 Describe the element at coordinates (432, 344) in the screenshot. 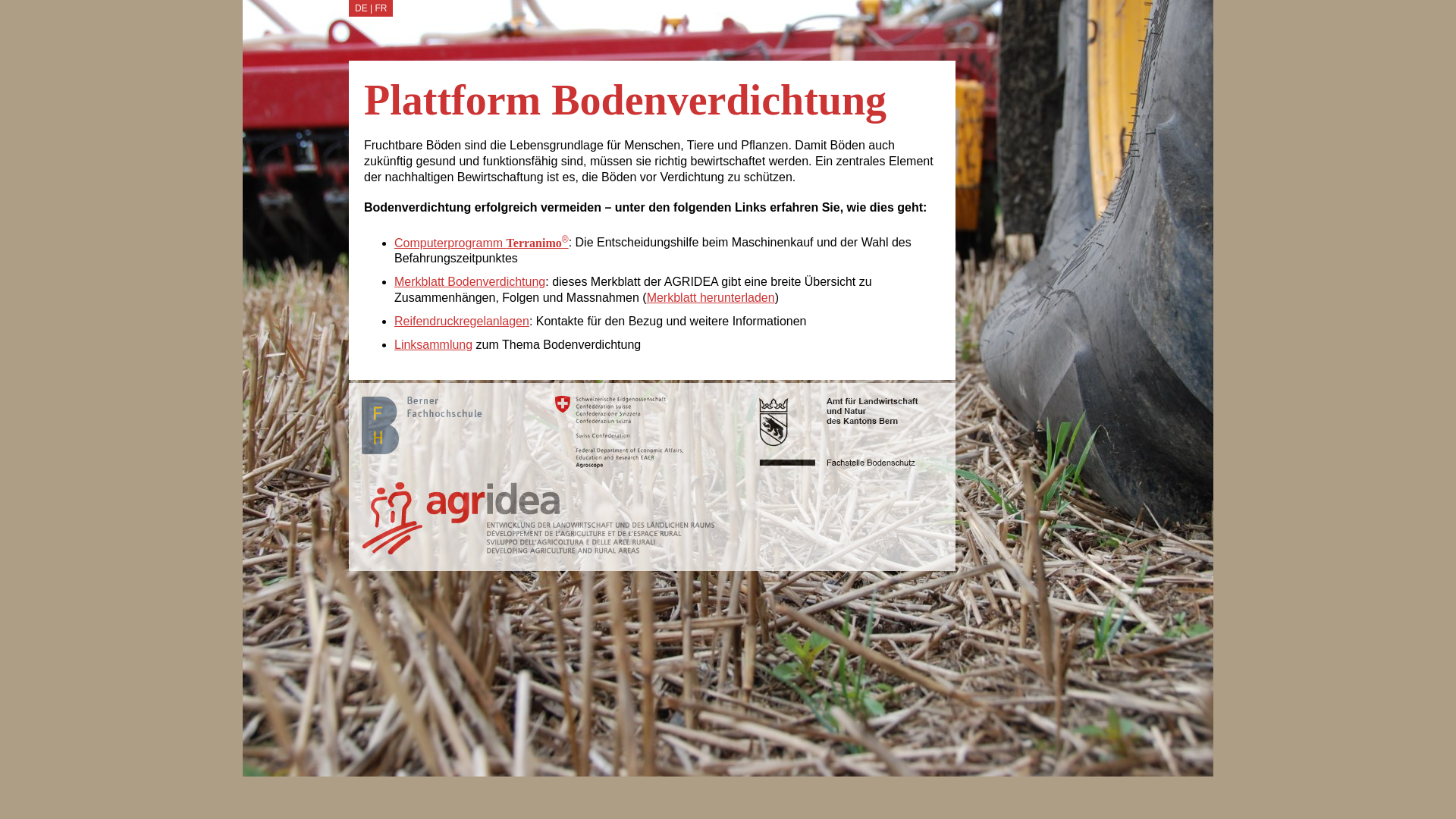

I see `'Linksammlung'` at that location.